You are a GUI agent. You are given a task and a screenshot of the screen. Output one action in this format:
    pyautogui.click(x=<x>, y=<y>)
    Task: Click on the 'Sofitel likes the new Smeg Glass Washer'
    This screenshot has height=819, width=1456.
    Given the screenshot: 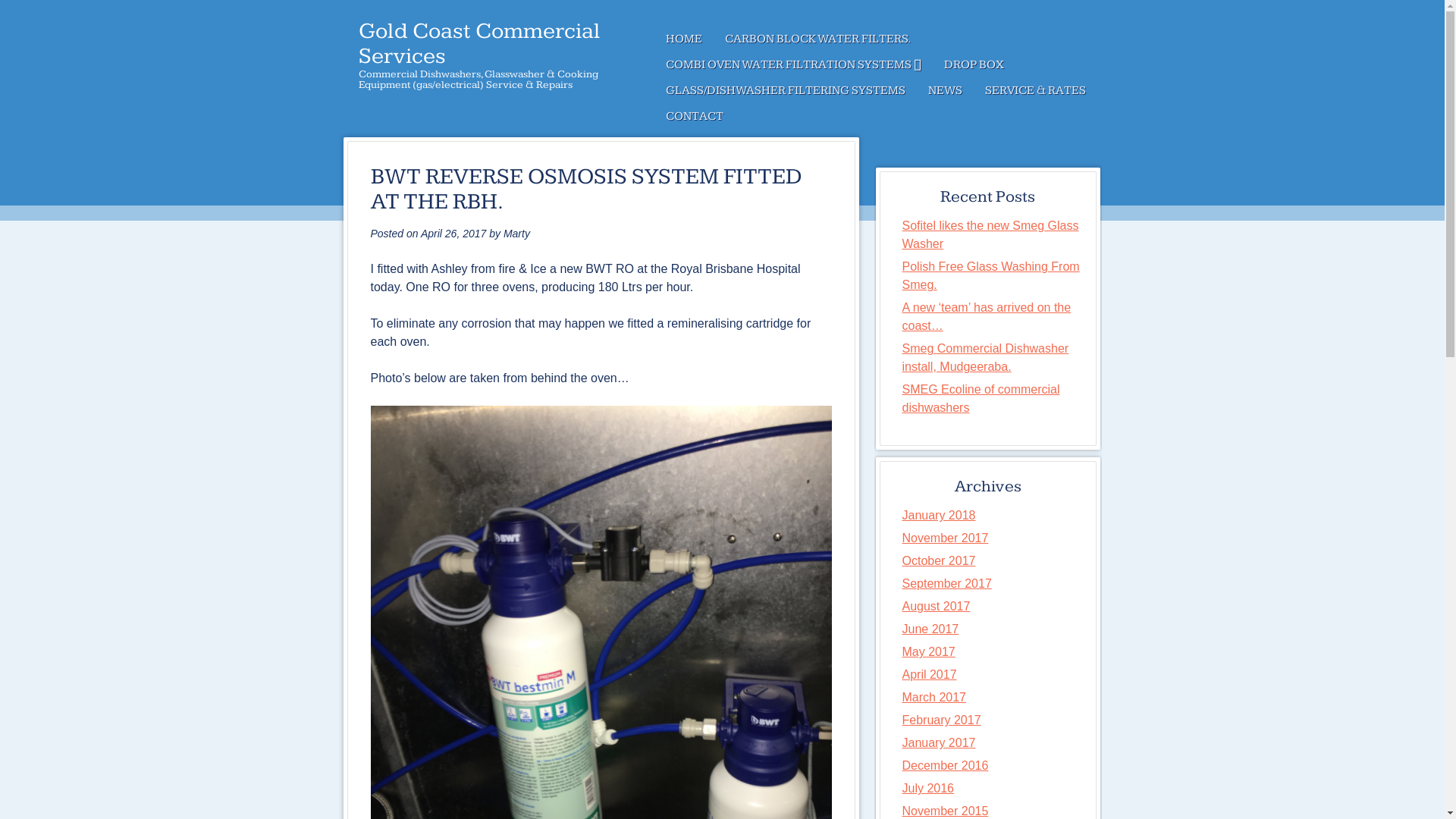 What is the action you would take?
    pyautogui.click(x=990, y=234)
    